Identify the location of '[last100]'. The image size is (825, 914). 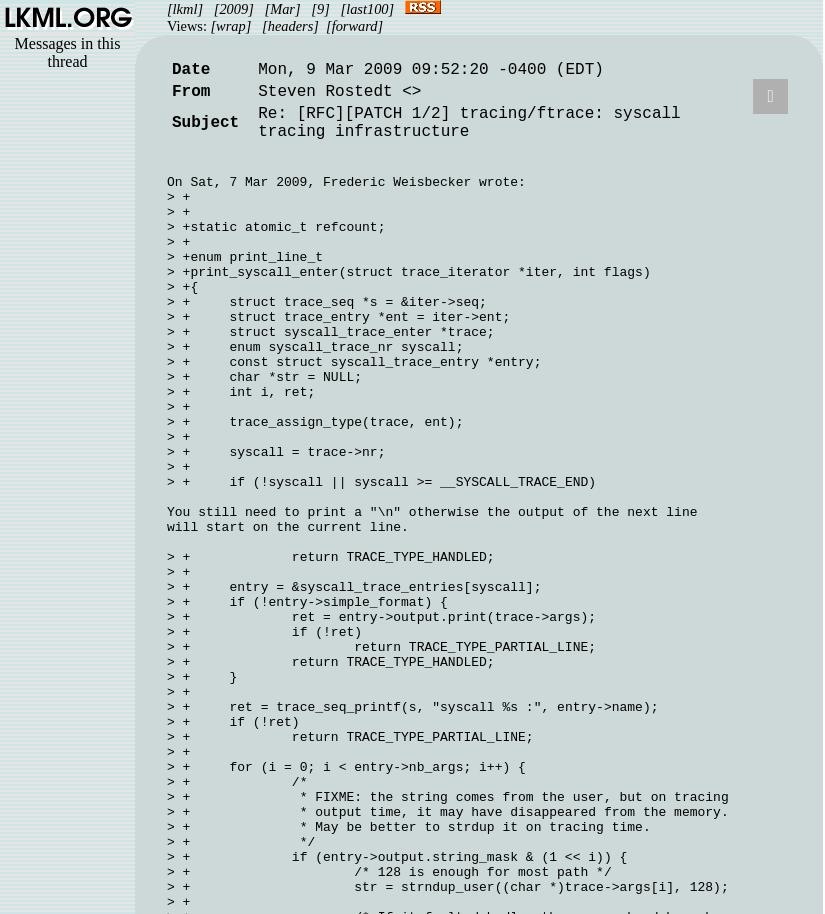
(366, 8).